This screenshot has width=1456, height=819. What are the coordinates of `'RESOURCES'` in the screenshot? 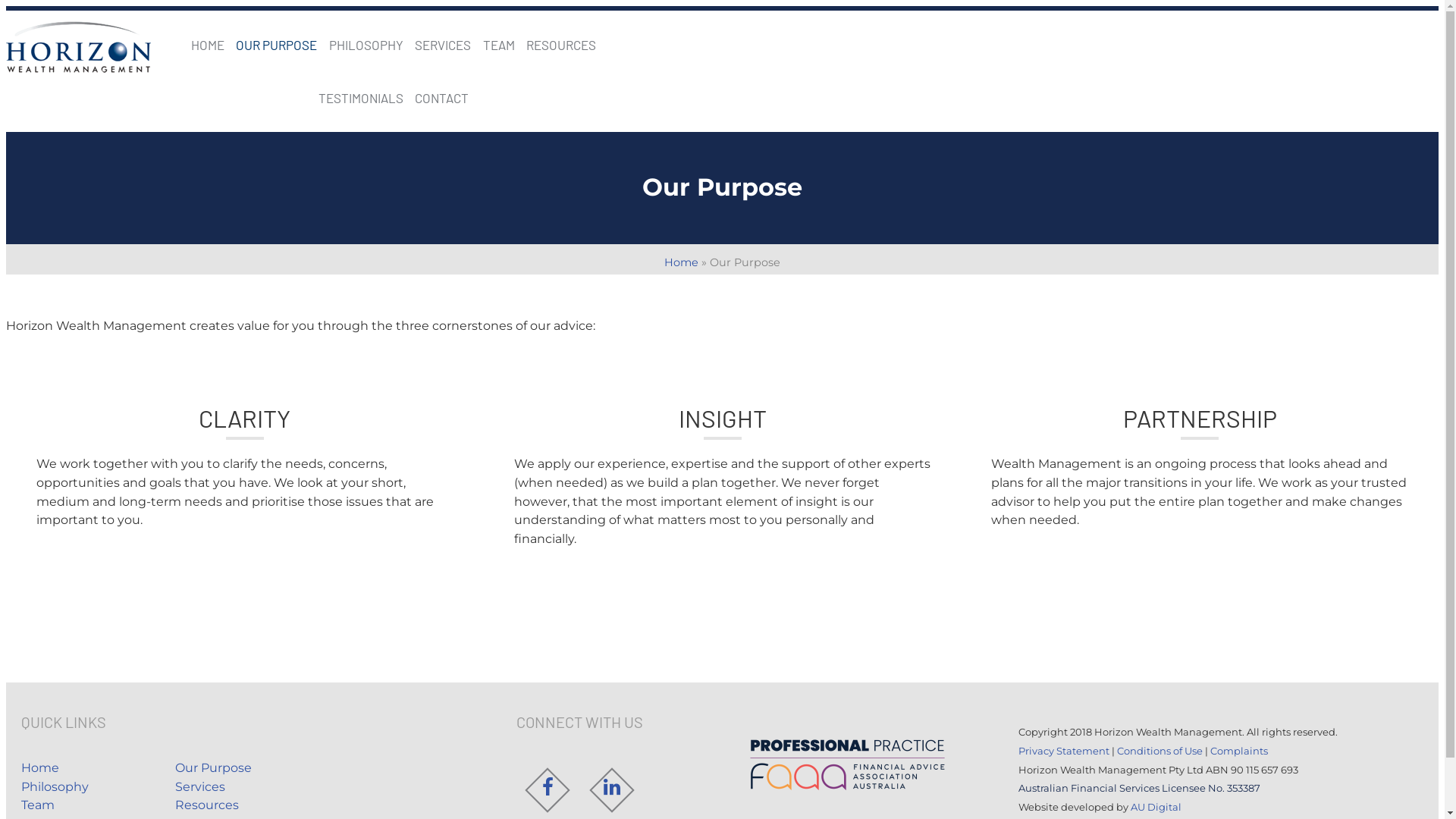 It's located at (560, 43).